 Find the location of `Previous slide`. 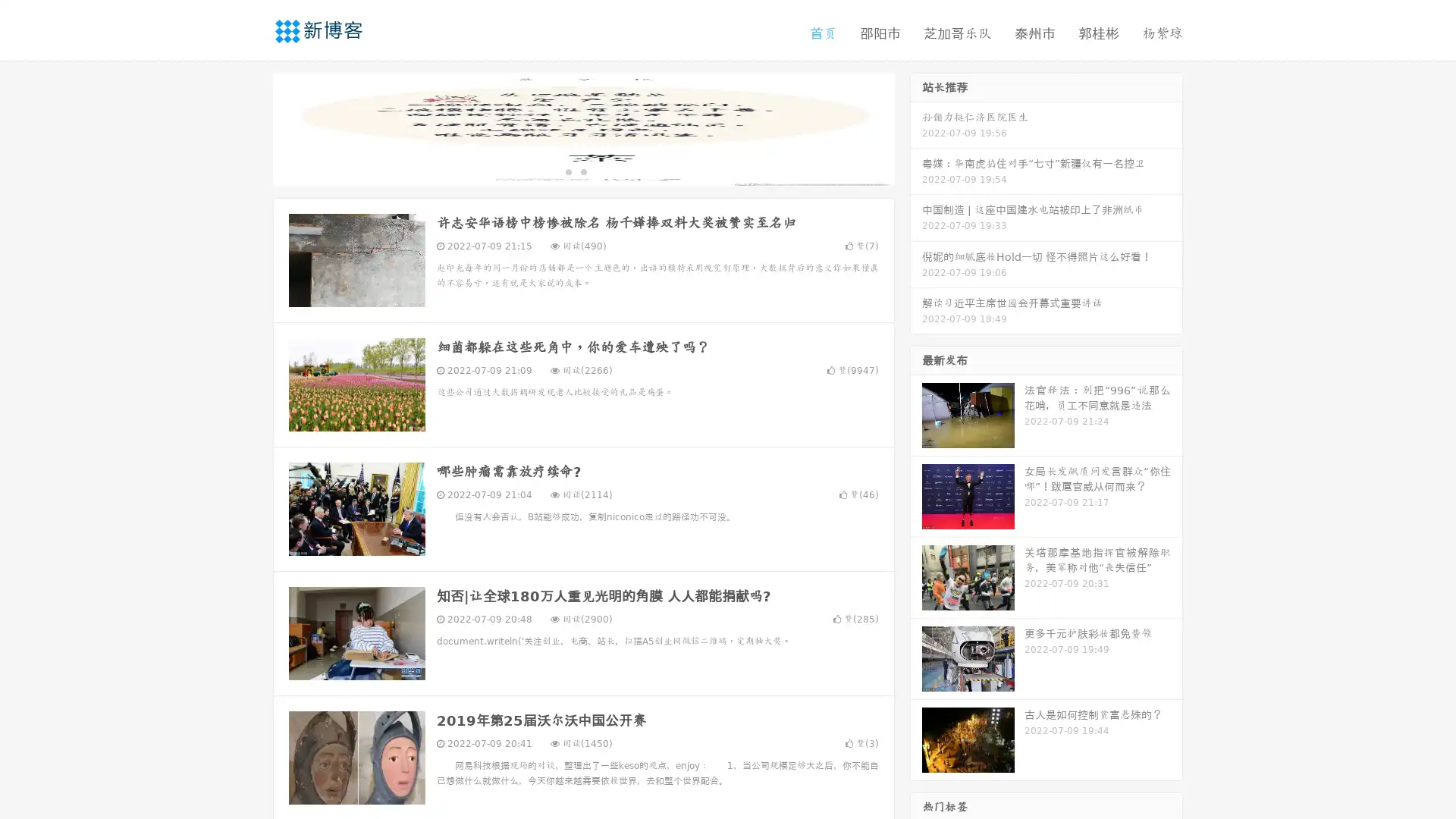

Previous slide is located at coordinates (250, 127).